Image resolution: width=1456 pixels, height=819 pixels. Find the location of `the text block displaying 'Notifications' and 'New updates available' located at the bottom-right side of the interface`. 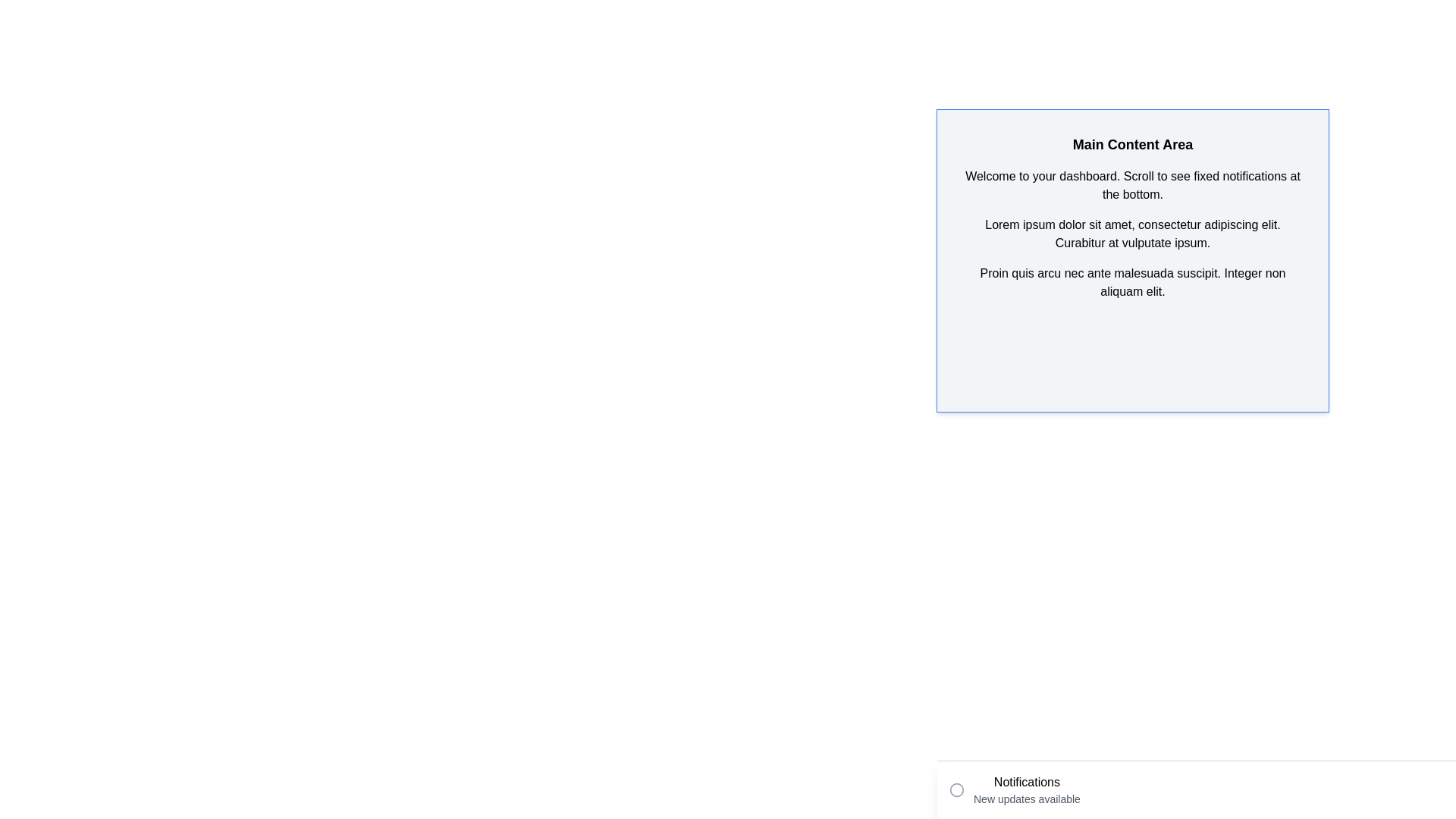

the text block displaying 'Notifications' and 'New updates available' located at the bottom-right side of the interface is located at coordinates (1027, 789).